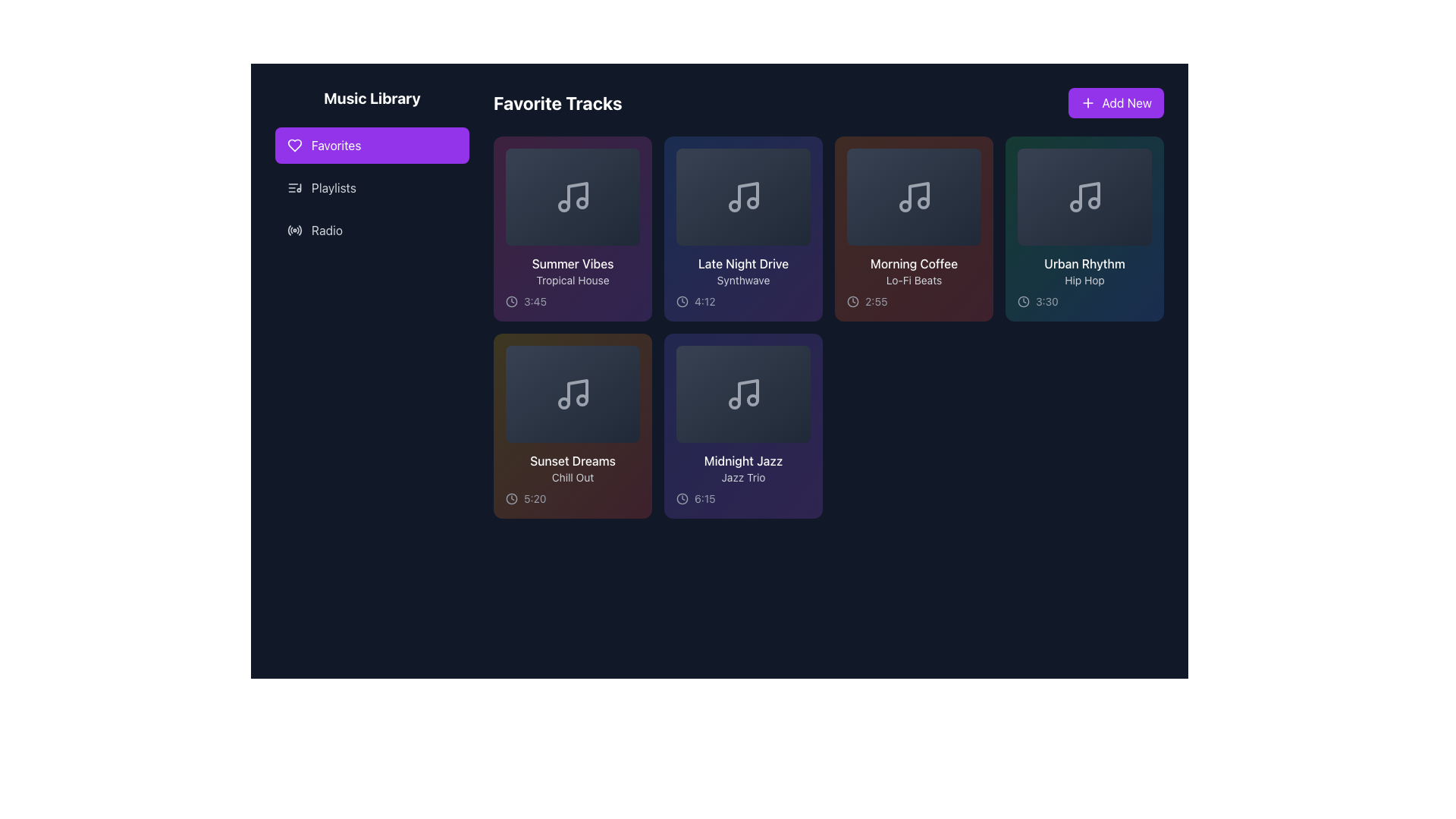  What do you see at coordinates (572, 228) in the screenshot?
I see `the 'Summer Vibes' music track card in the 'Favorite Tracks' section` at bounding box center [572, 228].